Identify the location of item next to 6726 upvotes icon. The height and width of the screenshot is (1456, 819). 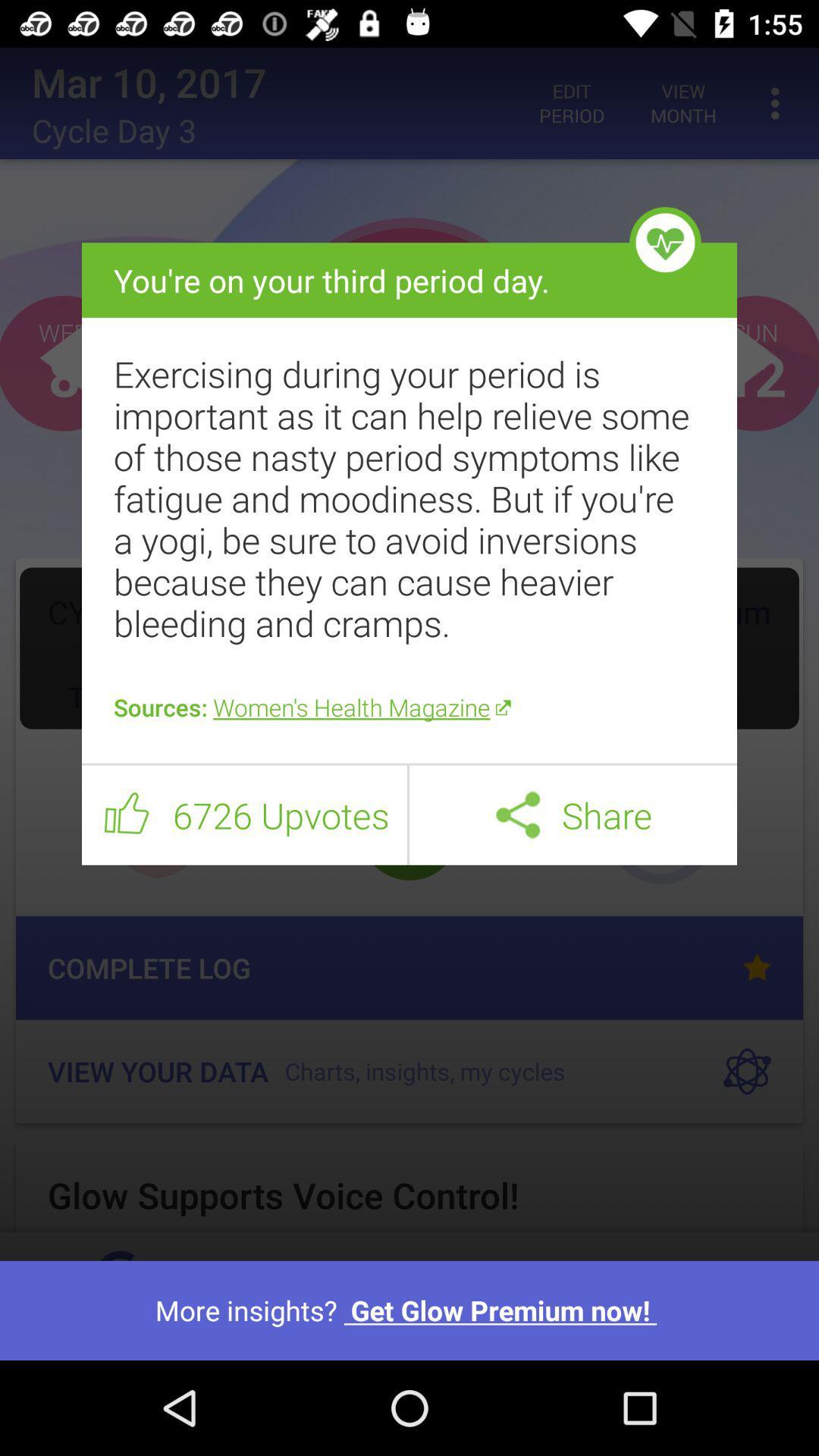
(407, 814).